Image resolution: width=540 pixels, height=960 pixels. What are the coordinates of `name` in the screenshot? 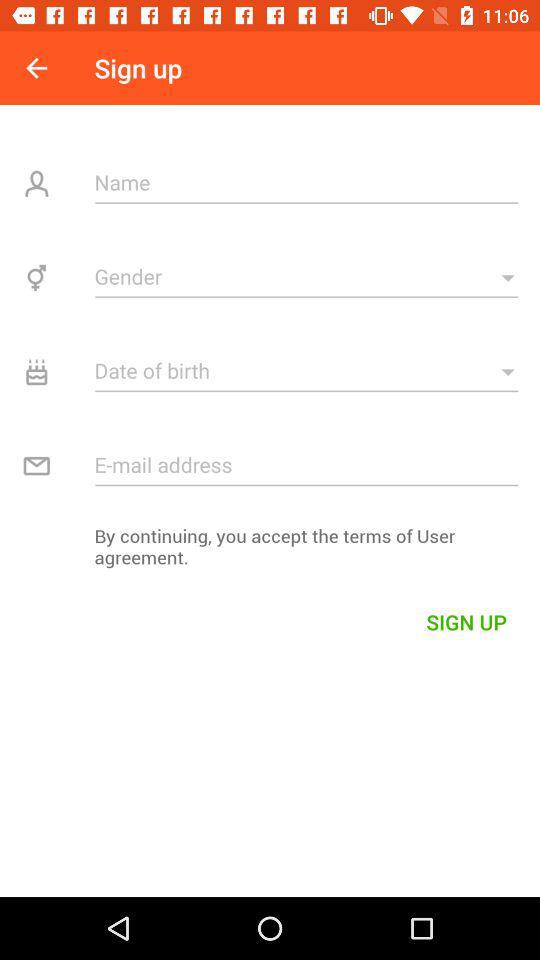 It's located at (306, 182).